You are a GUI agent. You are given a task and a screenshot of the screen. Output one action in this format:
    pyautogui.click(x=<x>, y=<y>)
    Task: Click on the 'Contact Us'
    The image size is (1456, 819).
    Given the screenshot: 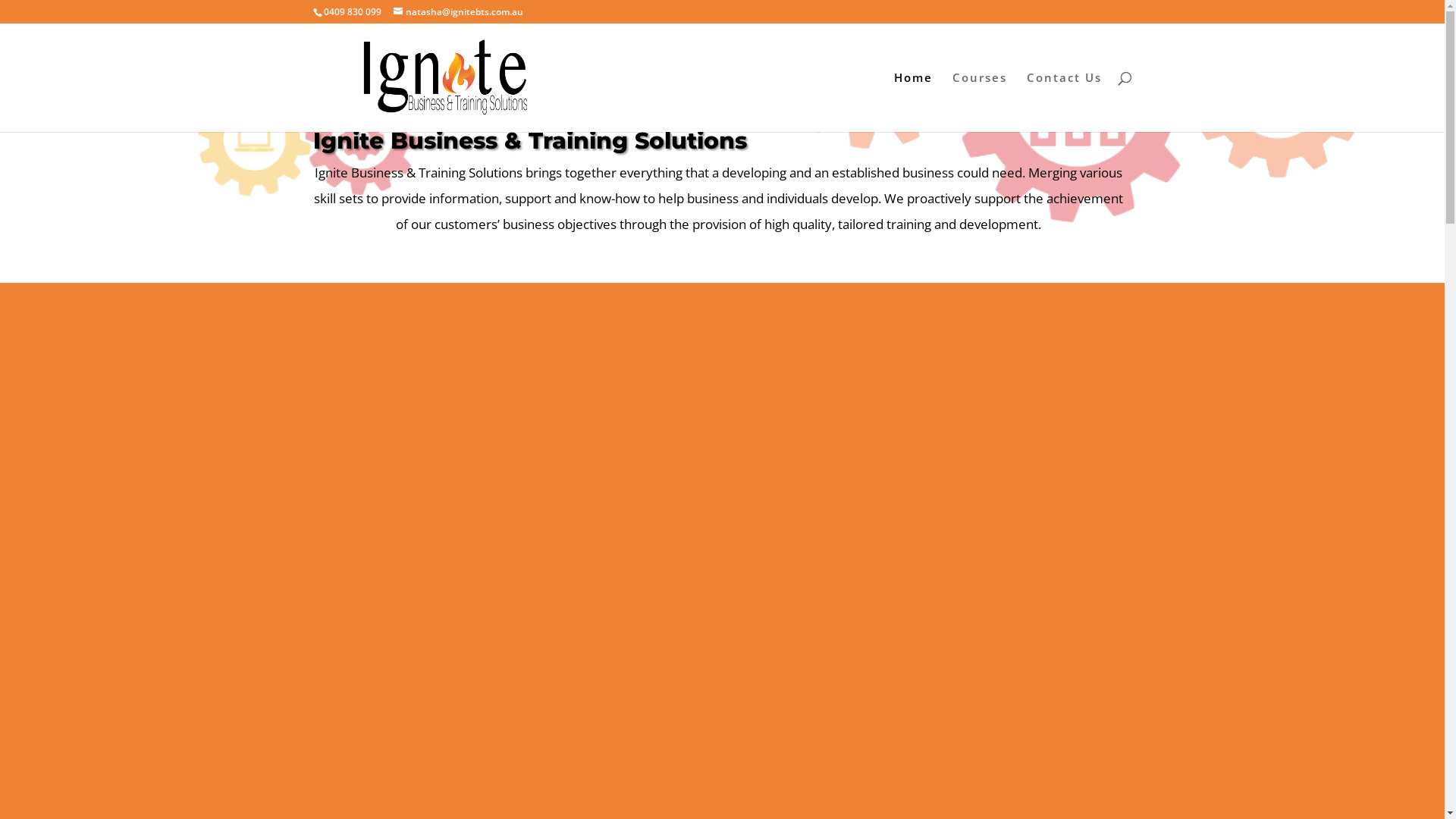 What is the action you would take?
    pyautogui.click(x=1063, y=102)
    